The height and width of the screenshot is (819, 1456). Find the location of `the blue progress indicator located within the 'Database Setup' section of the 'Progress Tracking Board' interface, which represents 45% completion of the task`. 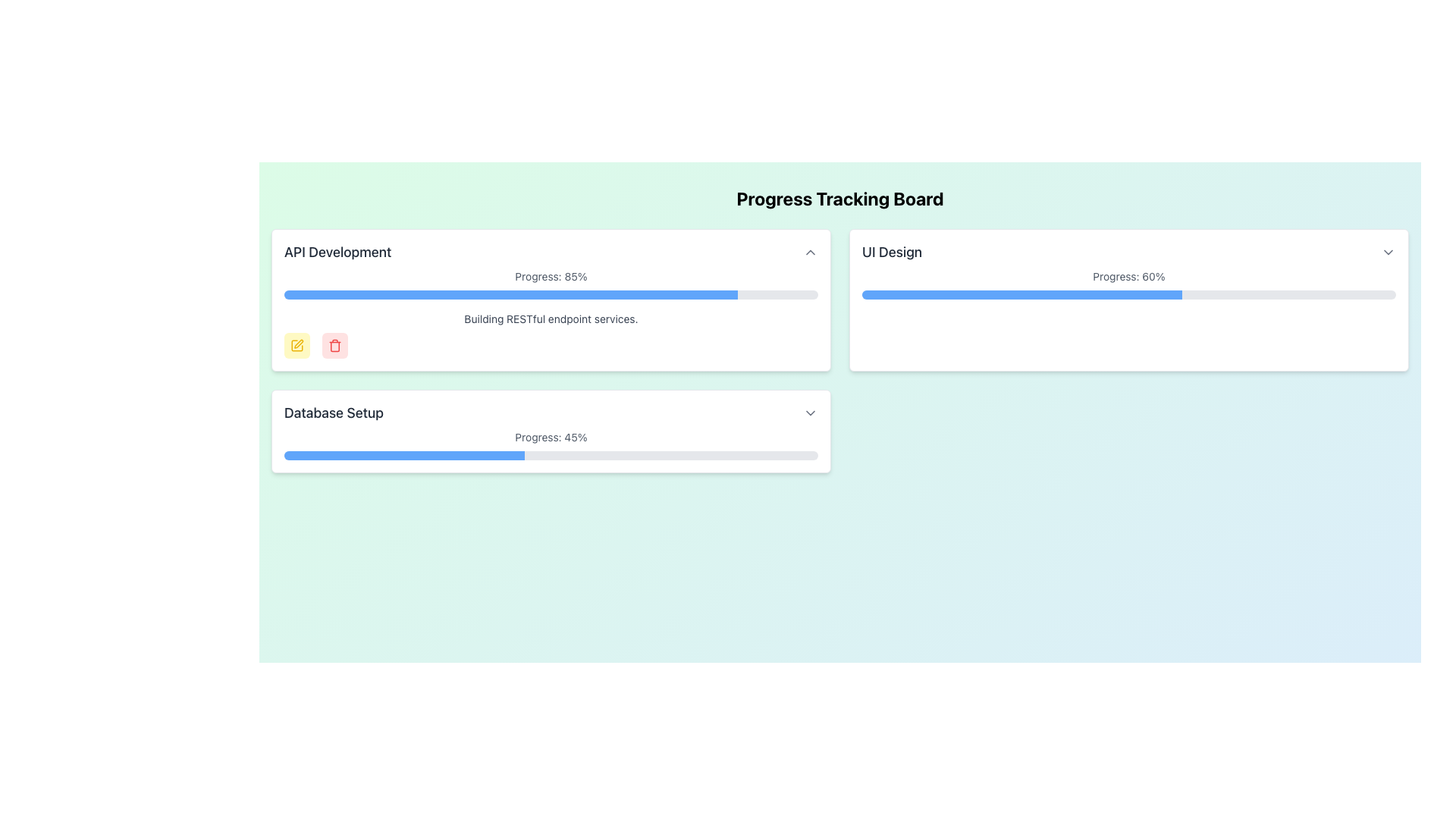

the blue progress indicator located within the 'Database Setup' section of the 'Progress Tracking Board' interface, which represents 45% completion of the task is located at coordinates (404, 455).